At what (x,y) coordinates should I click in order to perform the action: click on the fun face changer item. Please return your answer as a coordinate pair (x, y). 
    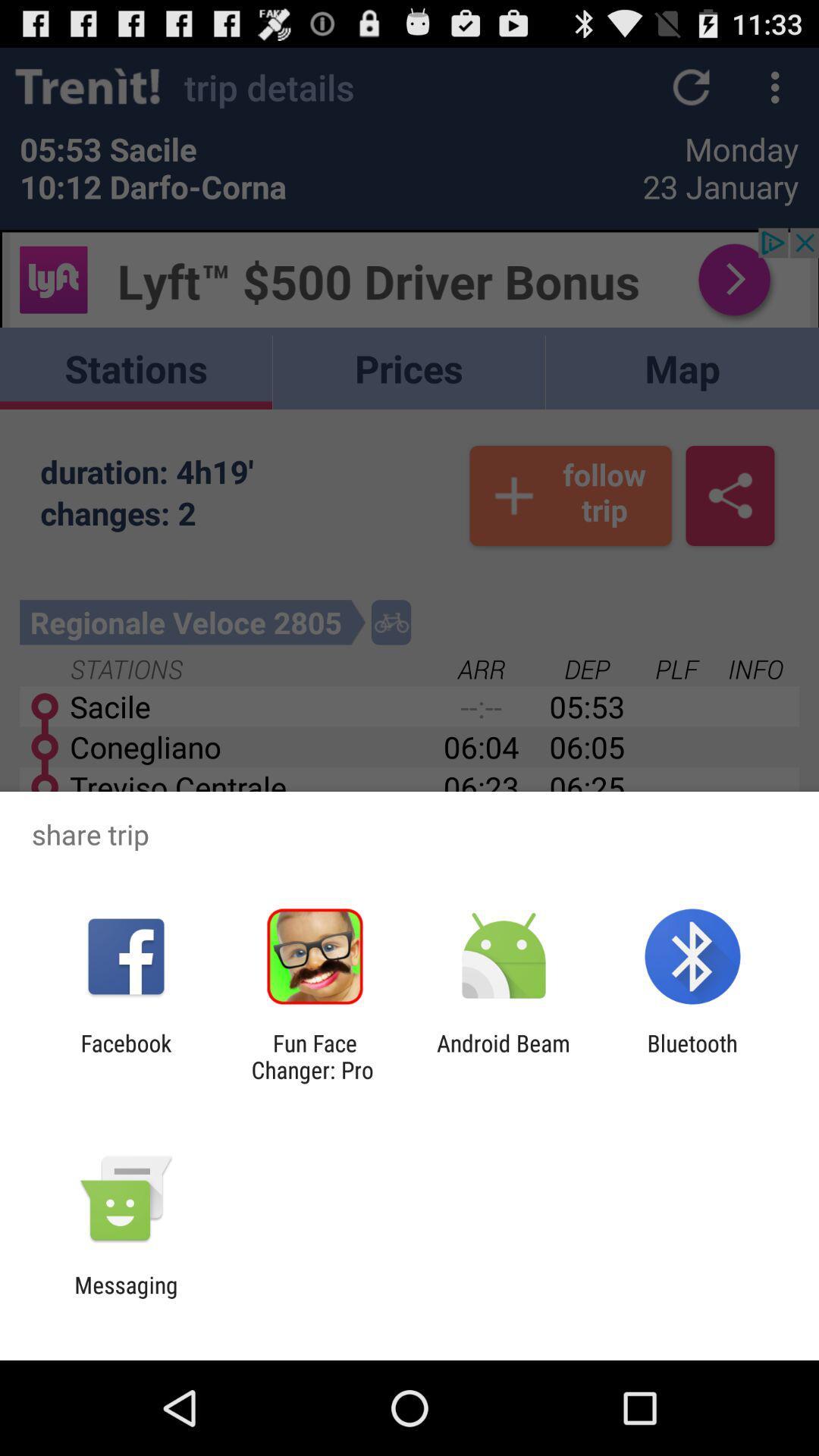
    Looking at the image, I should click on (314, 1056).